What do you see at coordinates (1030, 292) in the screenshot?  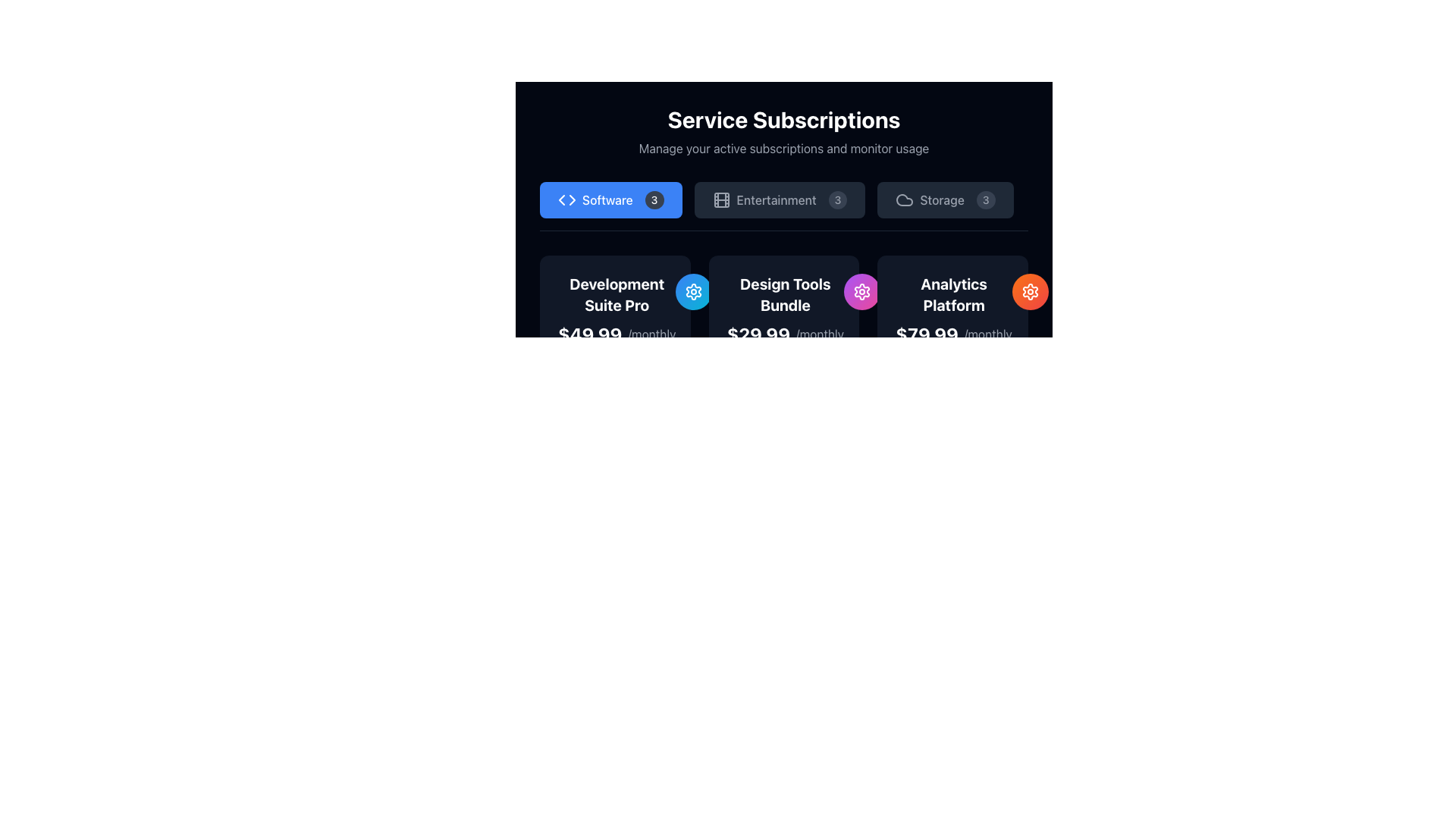 I see `the settings icon located at the bottom-right of the 'Analytics Platform' pricing card` at bounding box center [1030, 292].